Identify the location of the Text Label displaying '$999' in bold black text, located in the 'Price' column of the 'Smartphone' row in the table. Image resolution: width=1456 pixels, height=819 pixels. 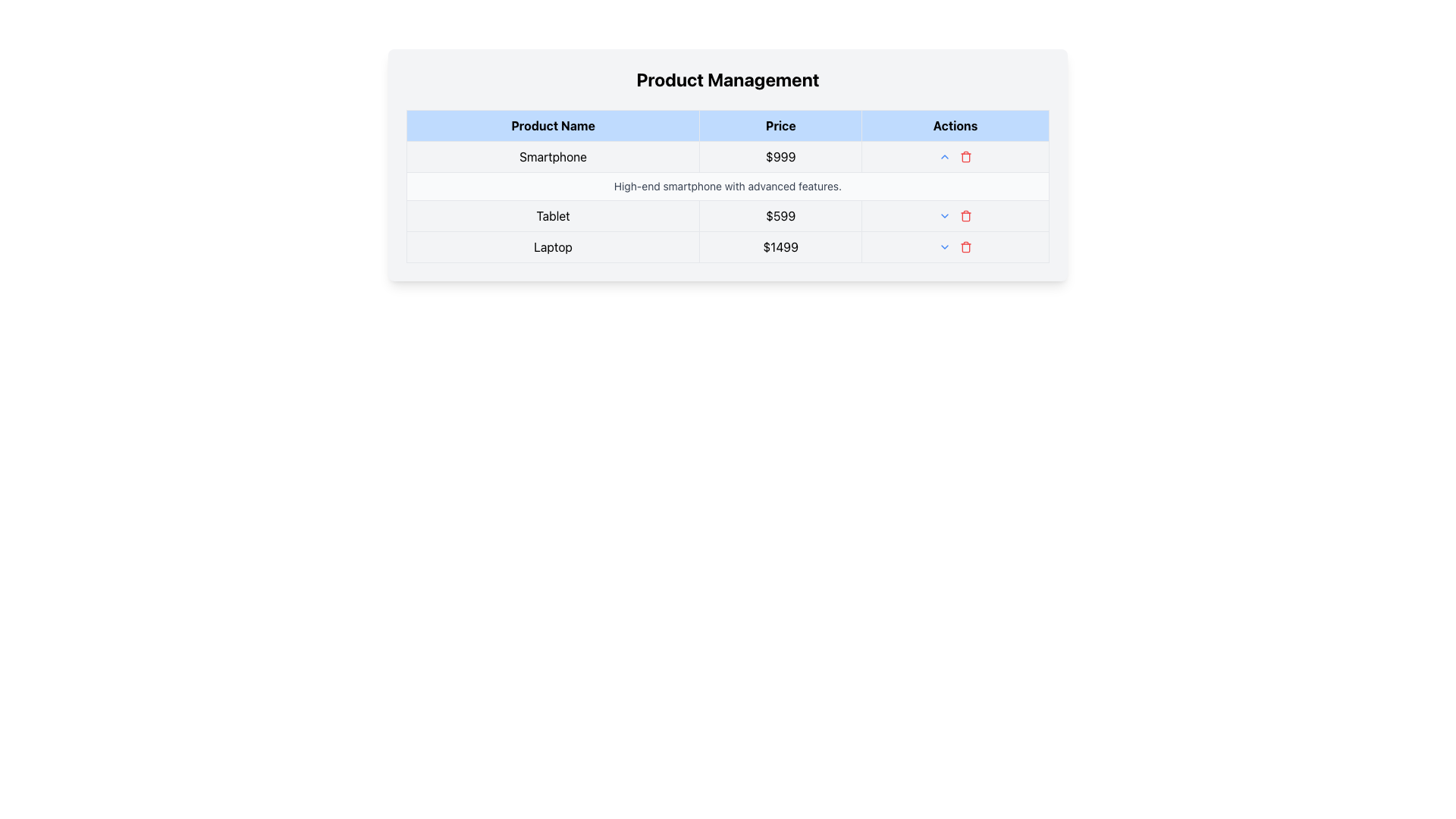
(780, 157).